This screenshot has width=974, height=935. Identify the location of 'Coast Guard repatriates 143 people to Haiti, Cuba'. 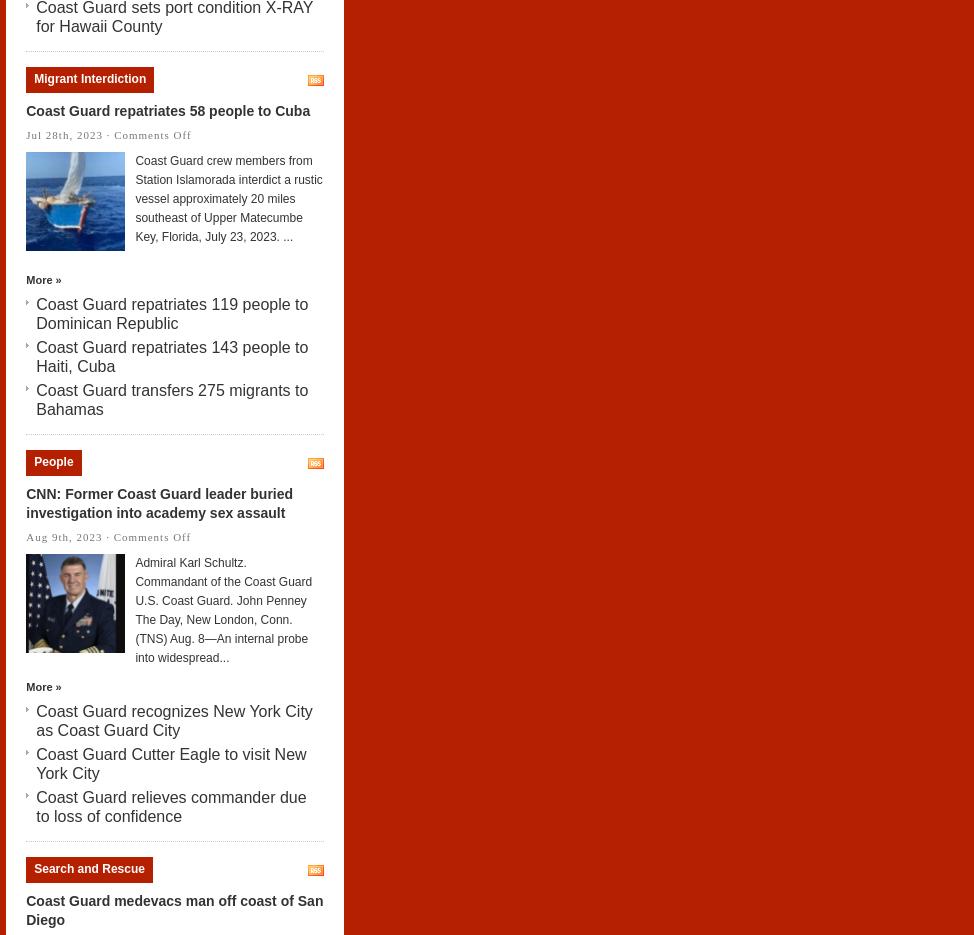
(172, 354).